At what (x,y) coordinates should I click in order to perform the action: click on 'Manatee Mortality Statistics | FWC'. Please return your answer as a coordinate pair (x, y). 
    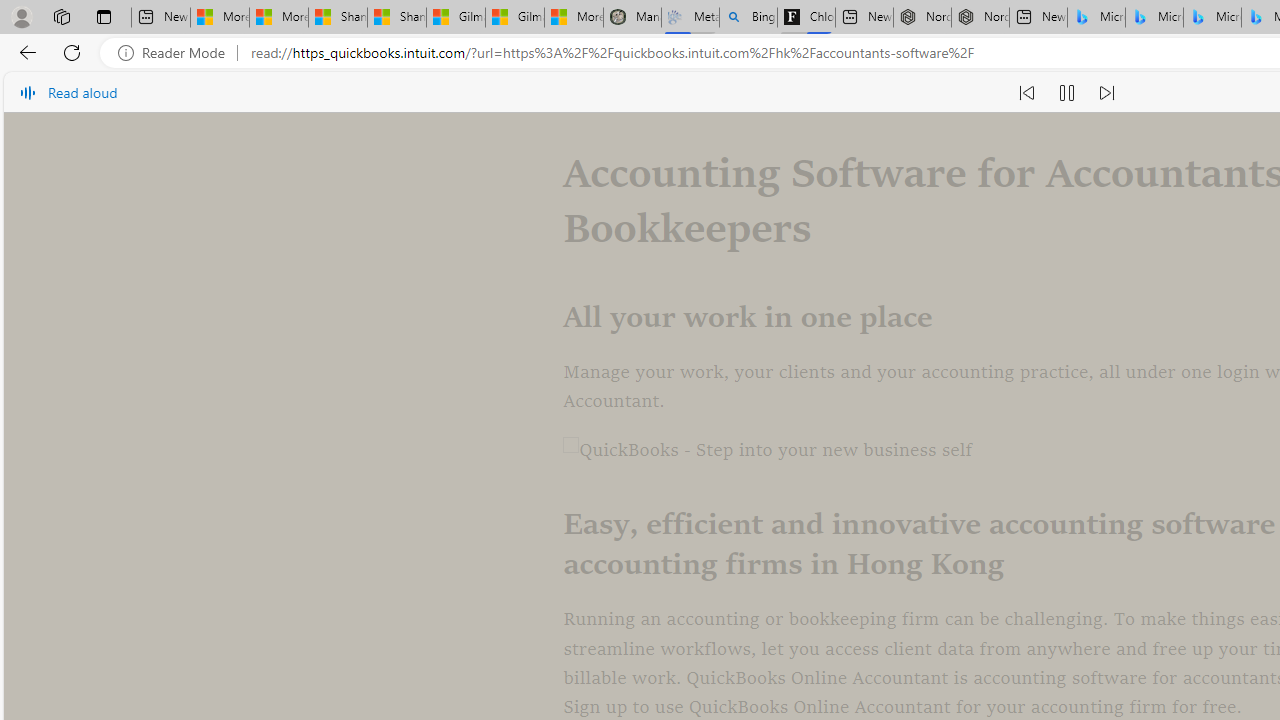
    Looking at the image, I should click on (631, 17).